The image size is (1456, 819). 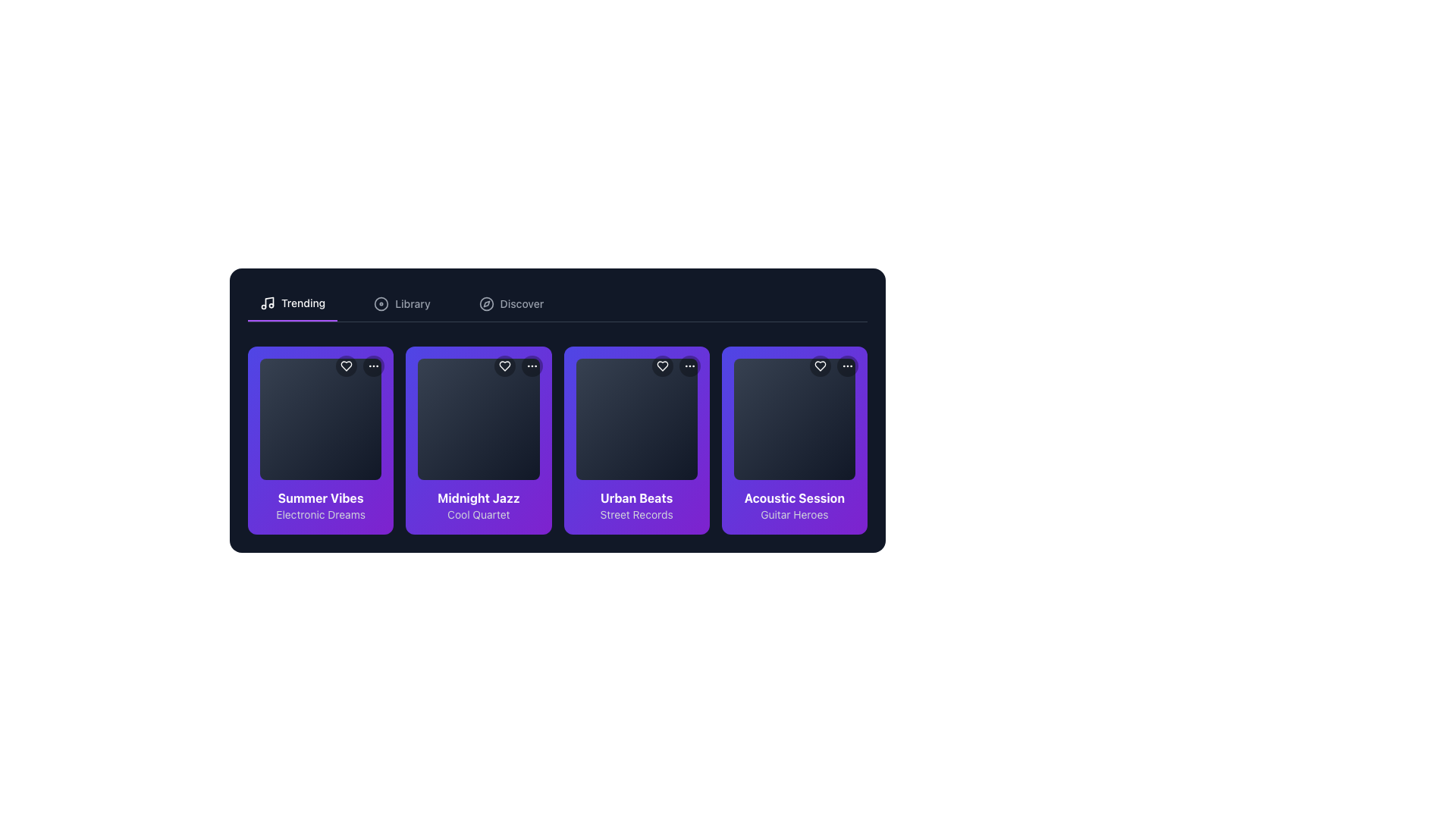 What do you see at coordinates (320, 441) in the screenshot?
I see `the first selectable card in the grid layout` at bounding box center [320, 441].